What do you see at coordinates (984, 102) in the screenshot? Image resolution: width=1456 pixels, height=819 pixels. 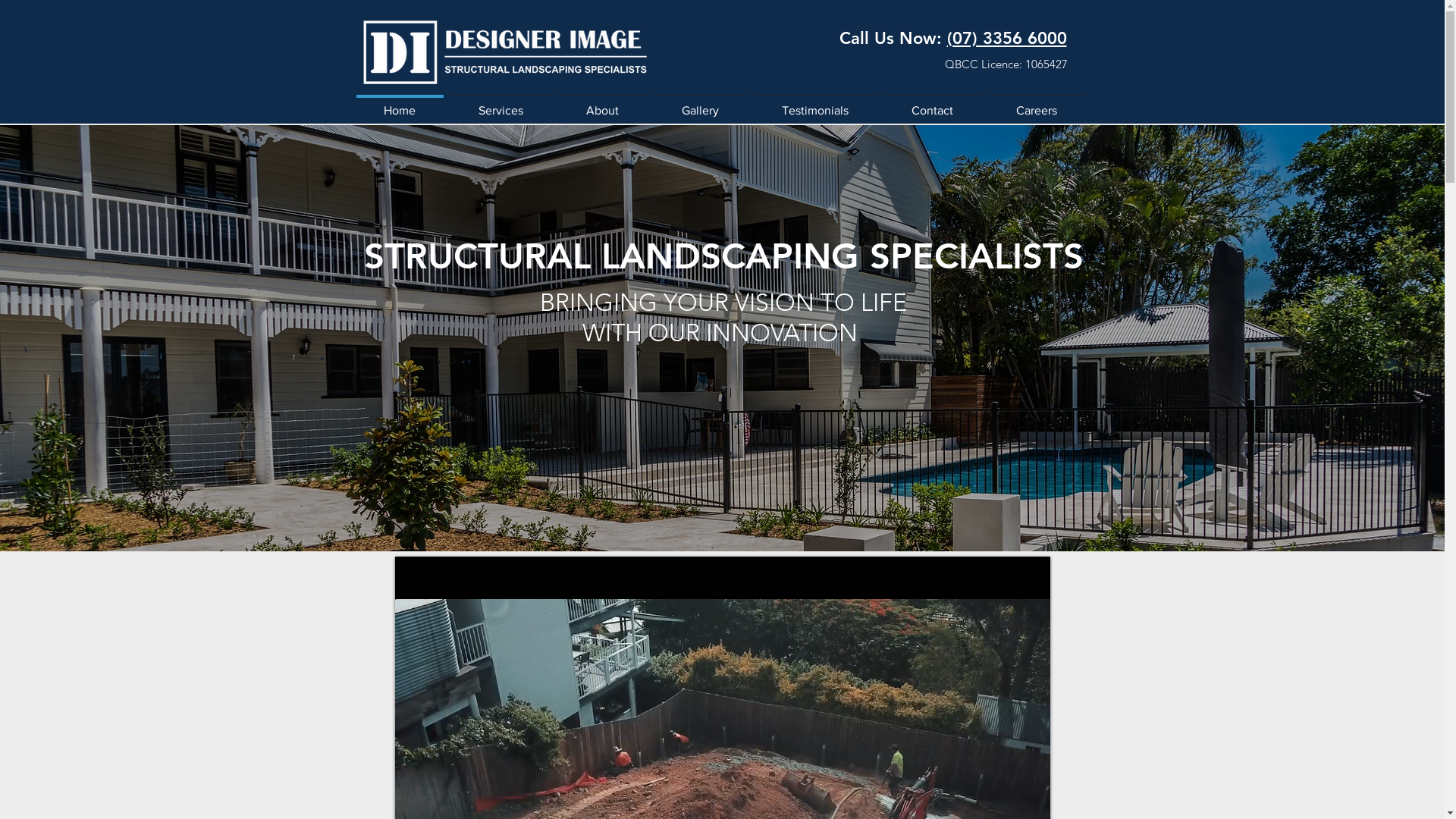 I see `'Careers'` at bounding box center [984, 102].